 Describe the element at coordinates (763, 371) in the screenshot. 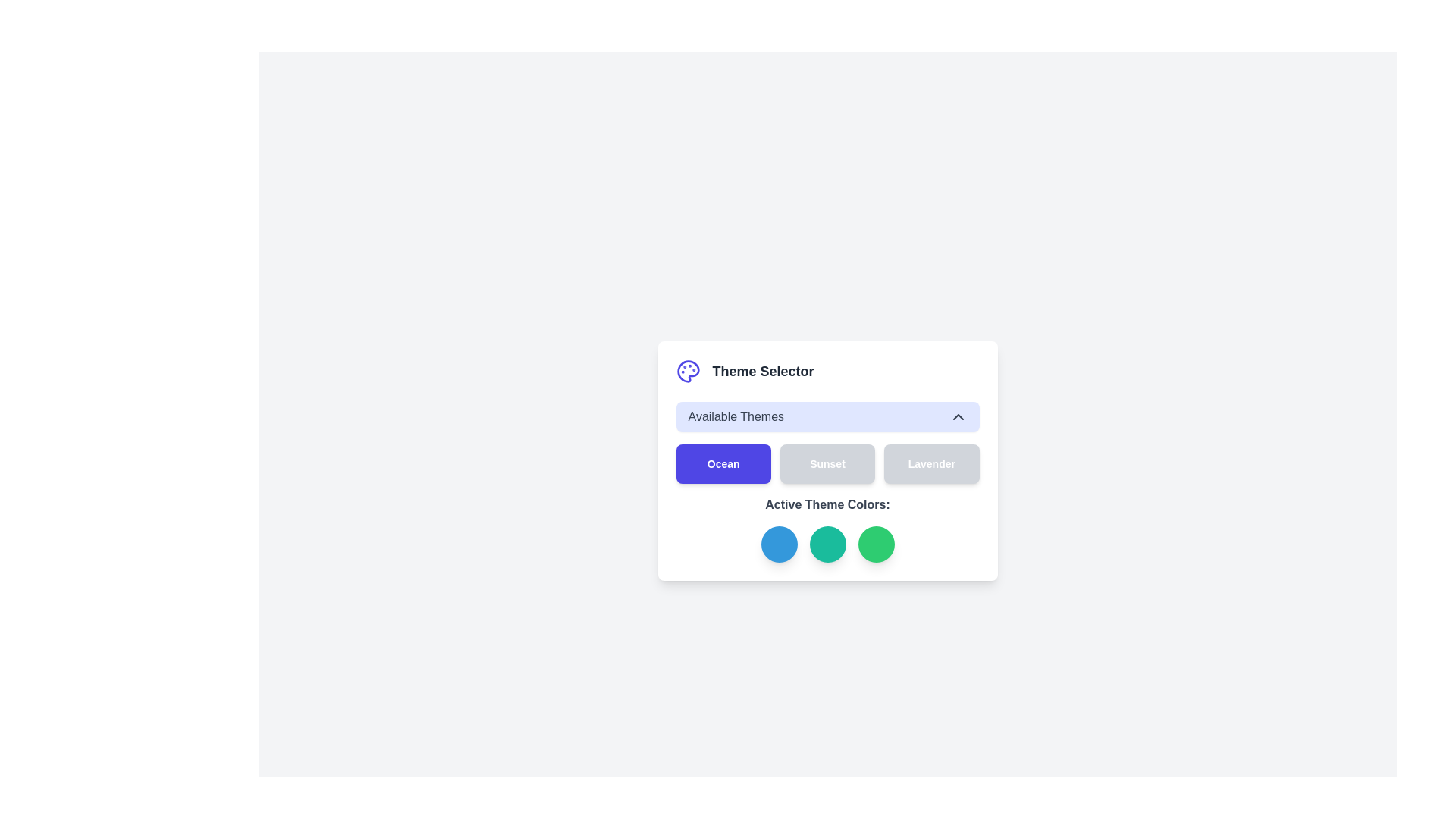

I see `the bold text label reading 'Theme Selector' which is prominently displayed above the dropdown labeled 'Available Themes'` at that location.